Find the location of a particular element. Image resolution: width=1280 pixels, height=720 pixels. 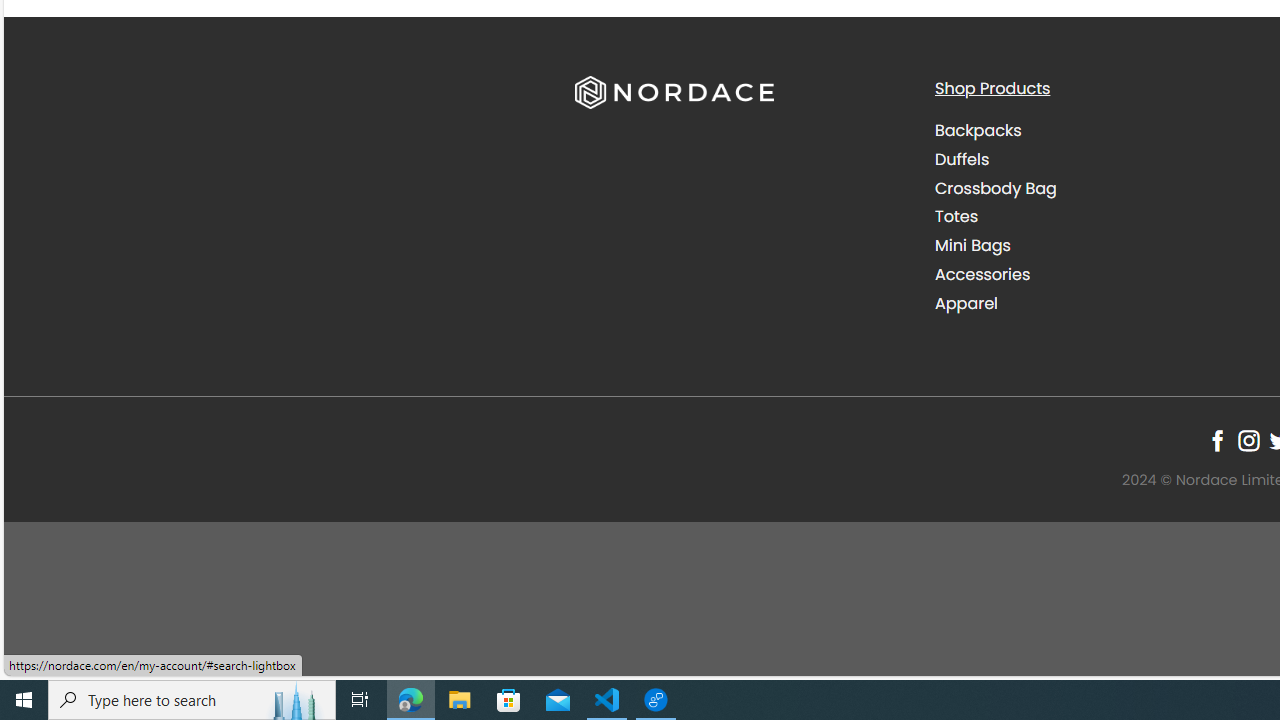

'Duffels' is located at coordinates (1098, 158).